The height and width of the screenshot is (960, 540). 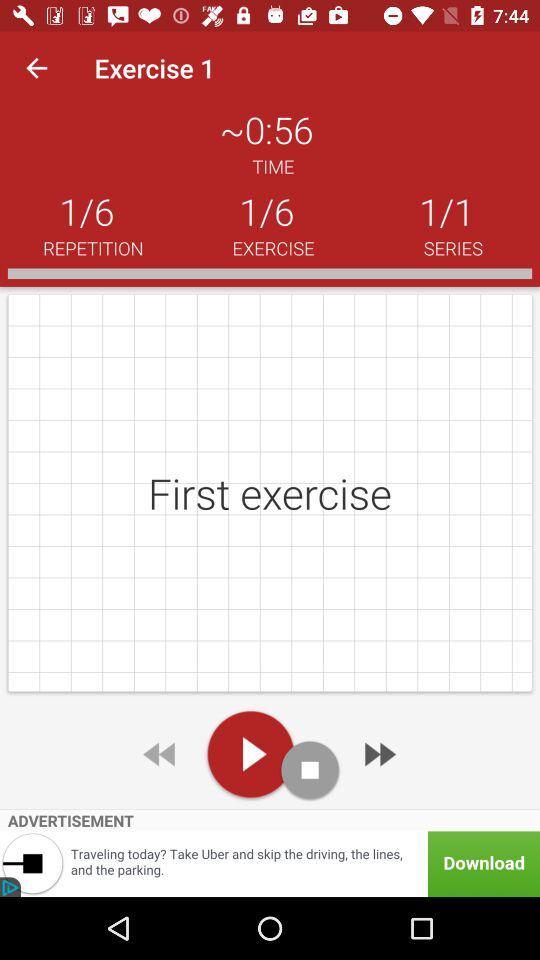 I want to click on starts exercise, so click(x=250, y=753).